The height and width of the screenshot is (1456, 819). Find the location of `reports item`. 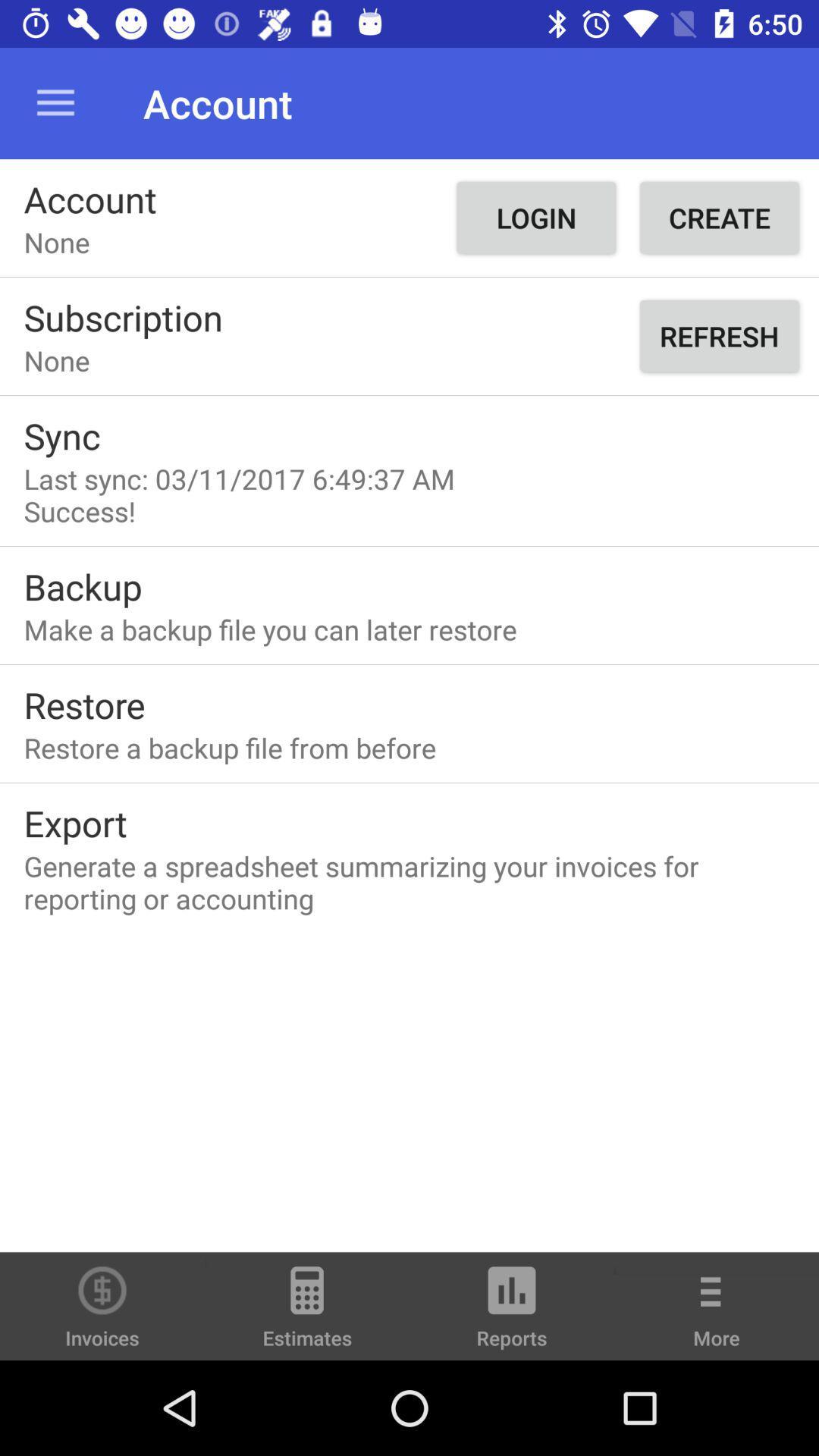

reports item is located at coordinates (512, 1313).